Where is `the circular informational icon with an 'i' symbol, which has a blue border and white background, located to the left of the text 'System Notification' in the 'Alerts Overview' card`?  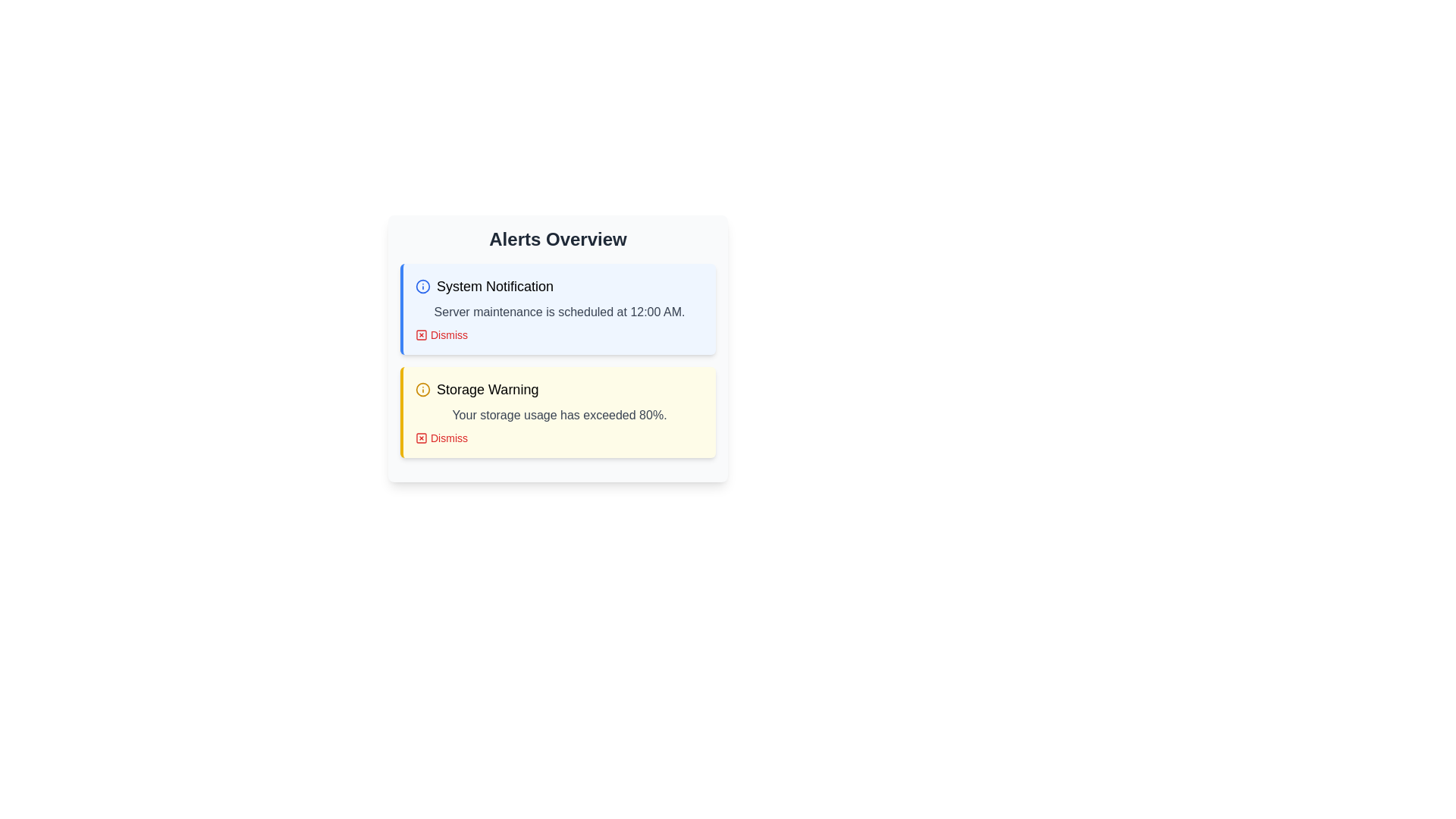
the circular informational icon with an 'i' symbol, which has a blue border and white background, located to the left of the text 'System Notification' in the 'Alerts Overview' card is located at coordinates (422, 287).